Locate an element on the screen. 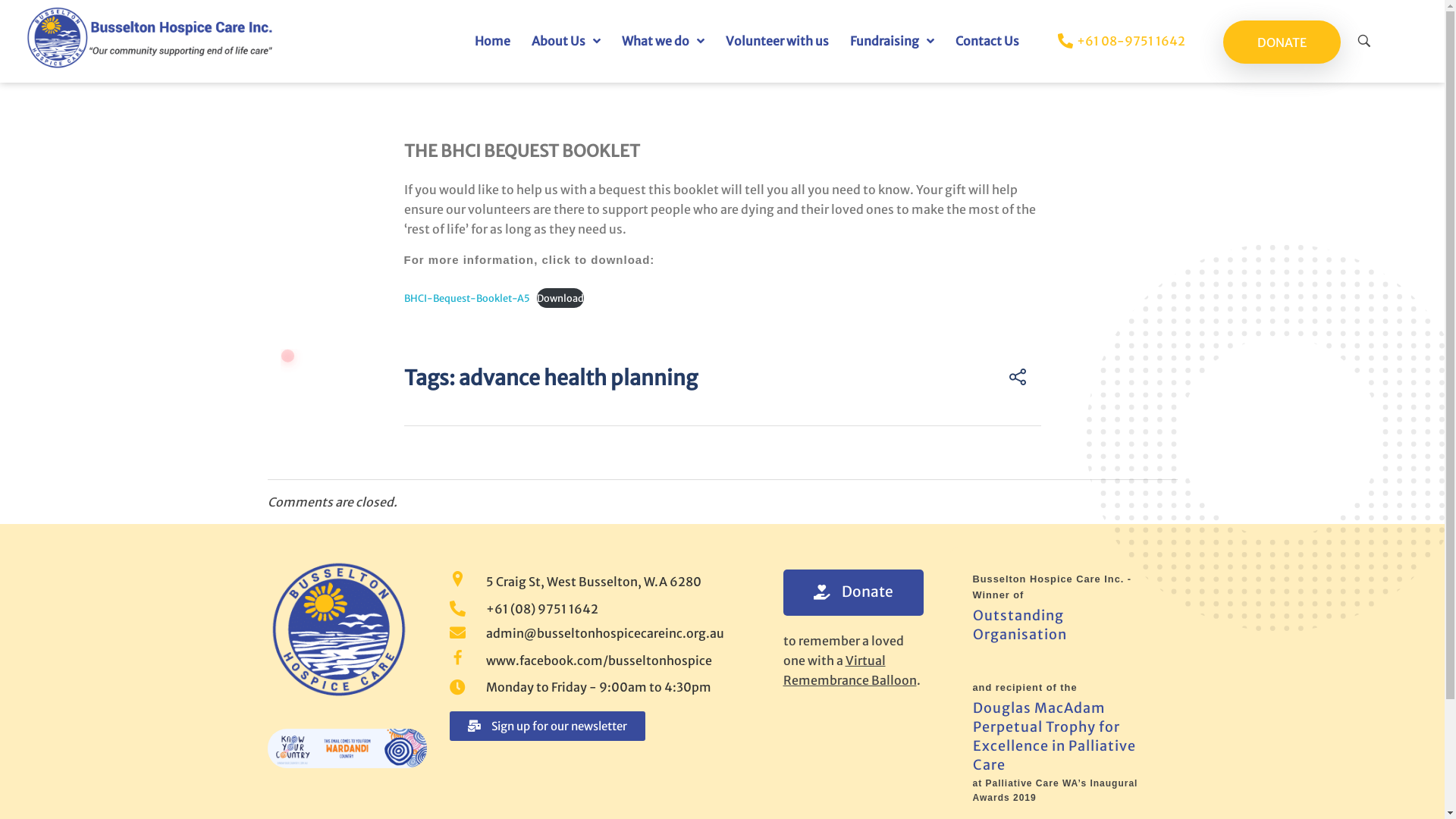 This screenshot has width=1456, height=819. 'Donate' is located at coordinates (852, 591).